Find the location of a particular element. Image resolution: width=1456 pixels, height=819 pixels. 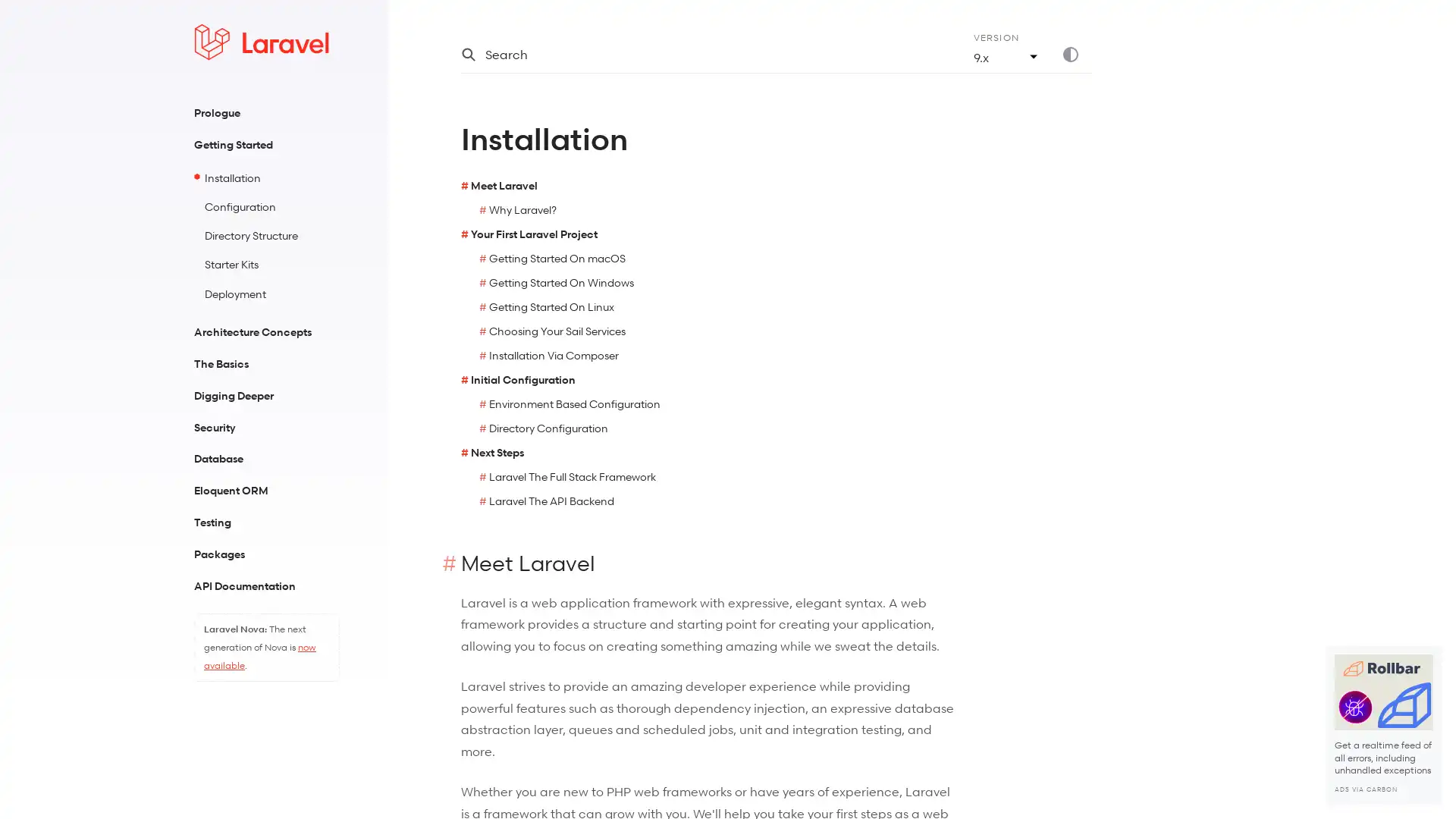

Switch to dark mode is located at coordinates (1076, 54).